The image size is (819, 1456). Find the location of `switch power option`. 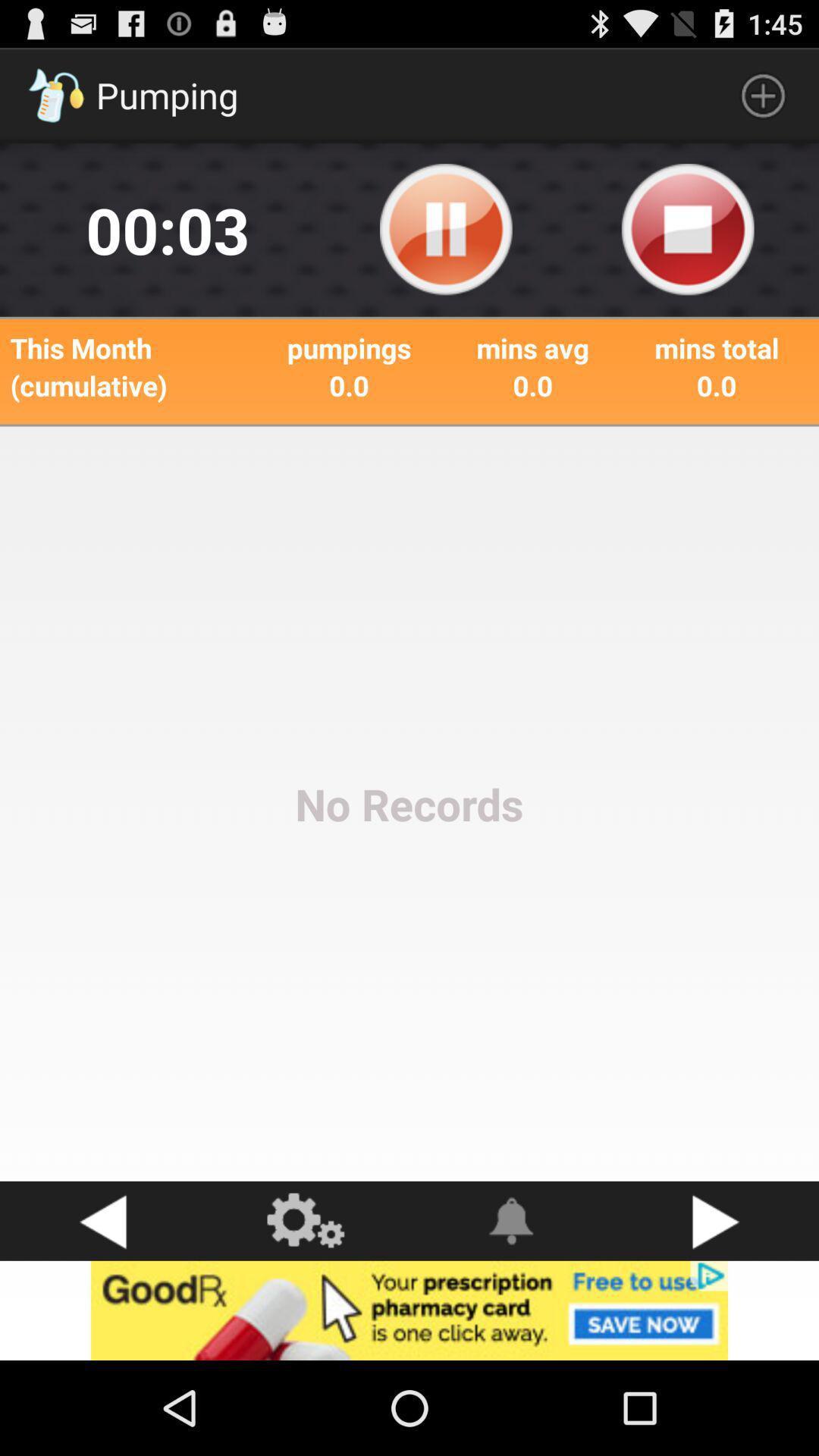

switch power option is located at coordinates (688, 229).